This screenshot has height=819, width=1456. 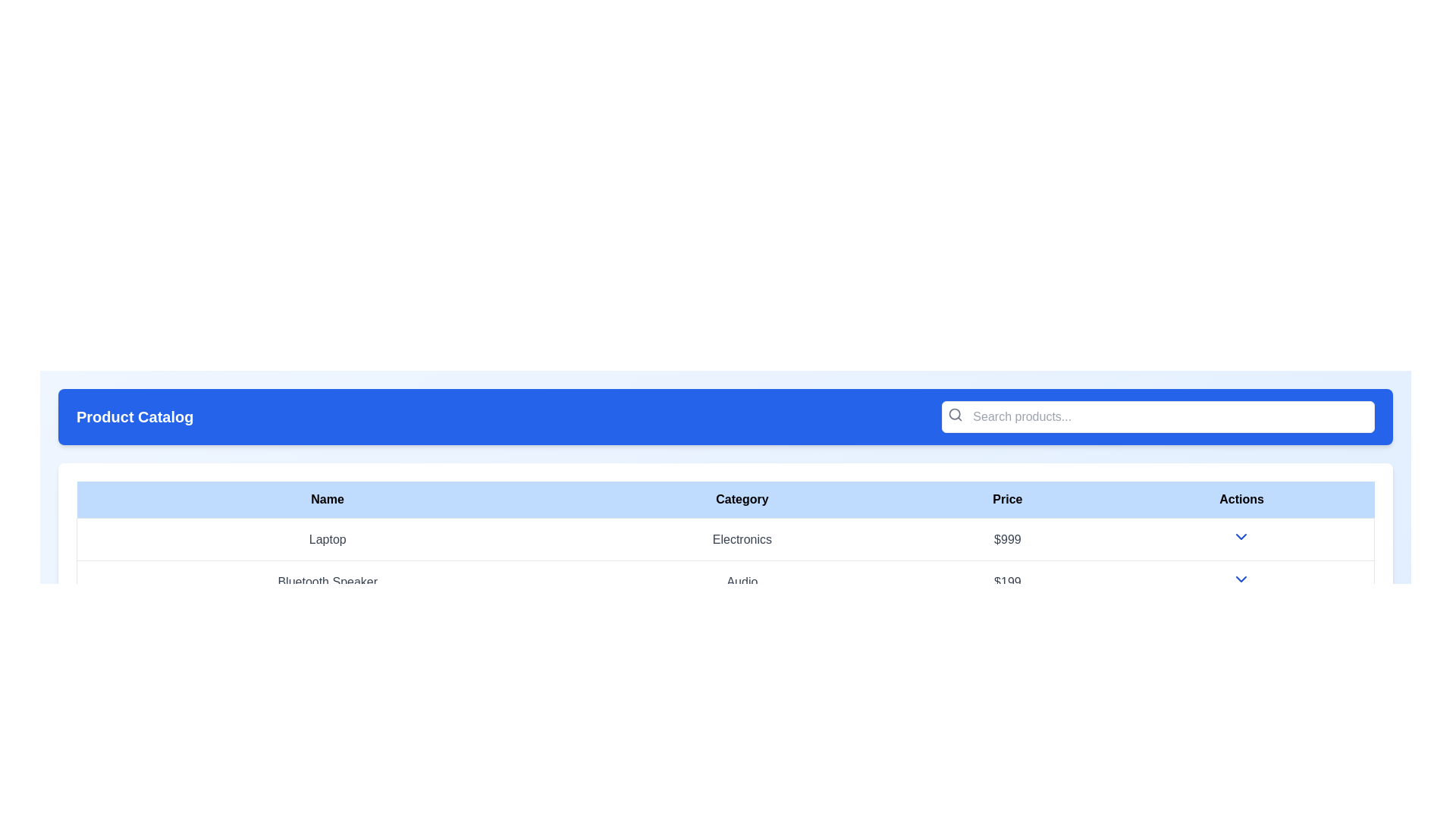 What do you see at coordinates (1241, 536) in the screenshot?
I see `the Dropdown toggle button located in the last column of the first row under the 'Actions' header in the table` at bounding box center [1241, 536].